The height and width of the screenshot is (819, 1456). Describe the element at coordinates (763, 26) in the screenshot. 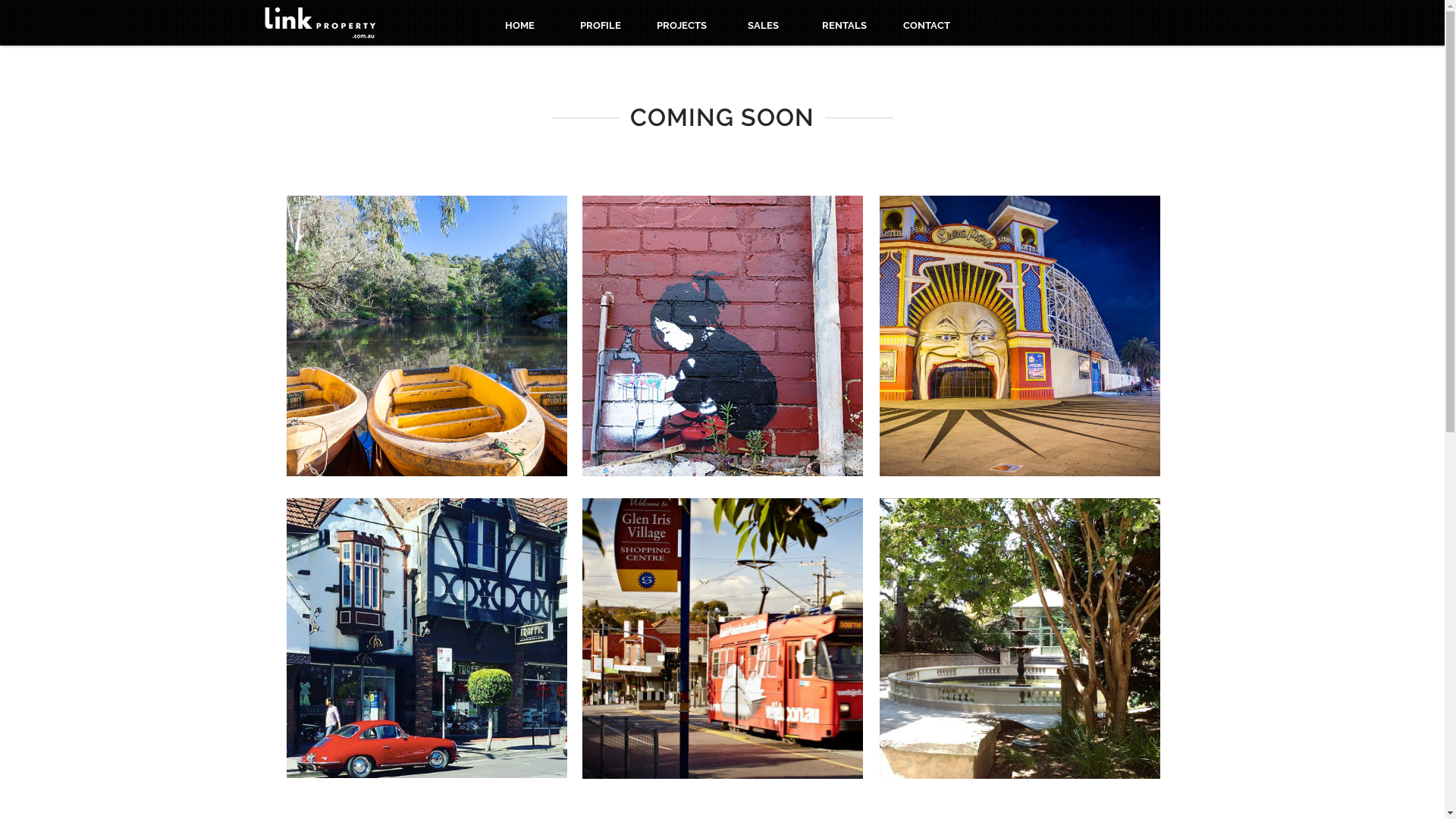

I see `'SALES'` at that location.